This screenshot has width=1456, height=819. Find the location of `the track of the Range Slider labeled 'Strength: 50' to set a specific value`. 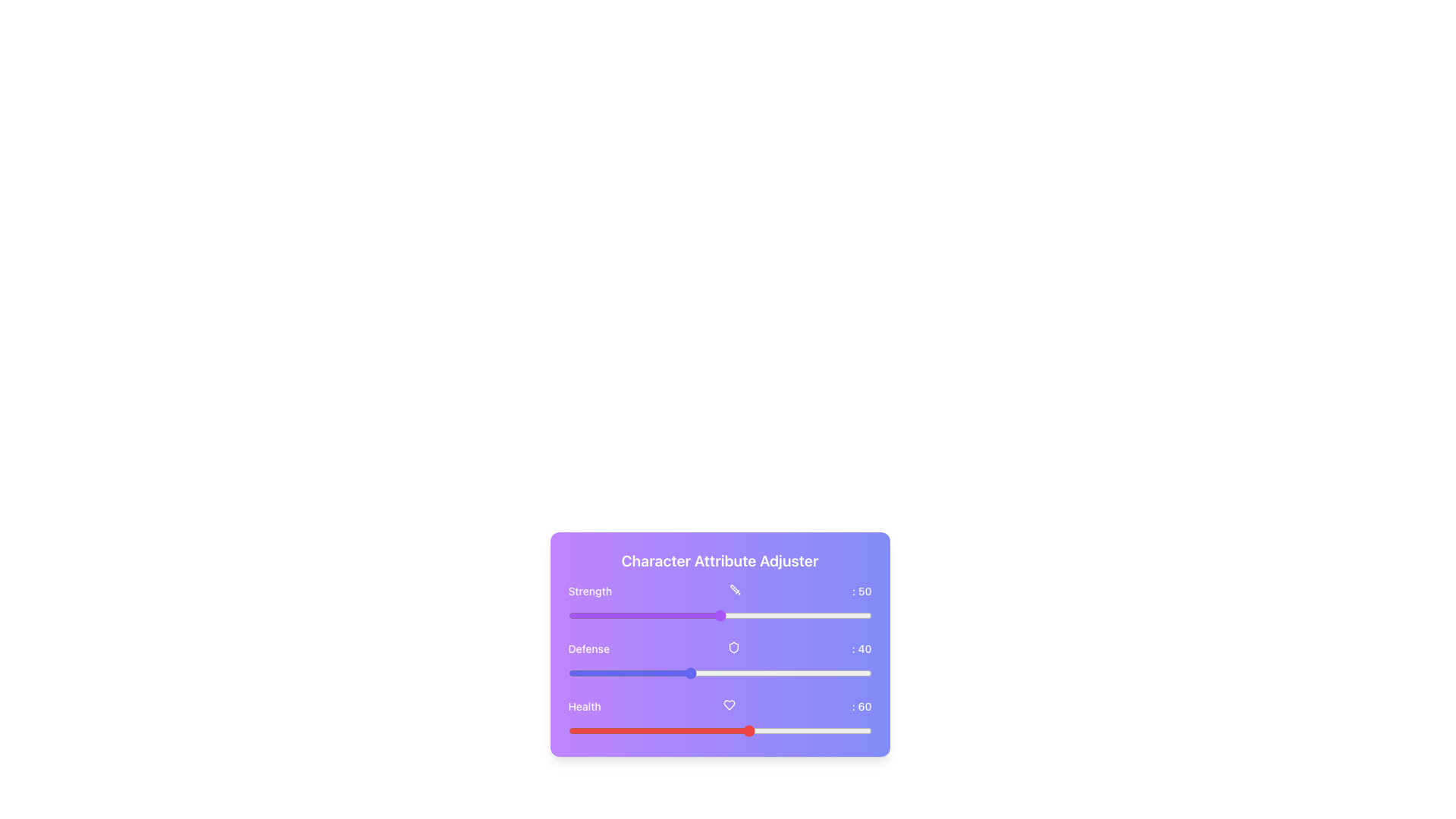

the track of the Range Slider labeled 'Strength: 50' to set a specific value is located at coordinates (719, 616).